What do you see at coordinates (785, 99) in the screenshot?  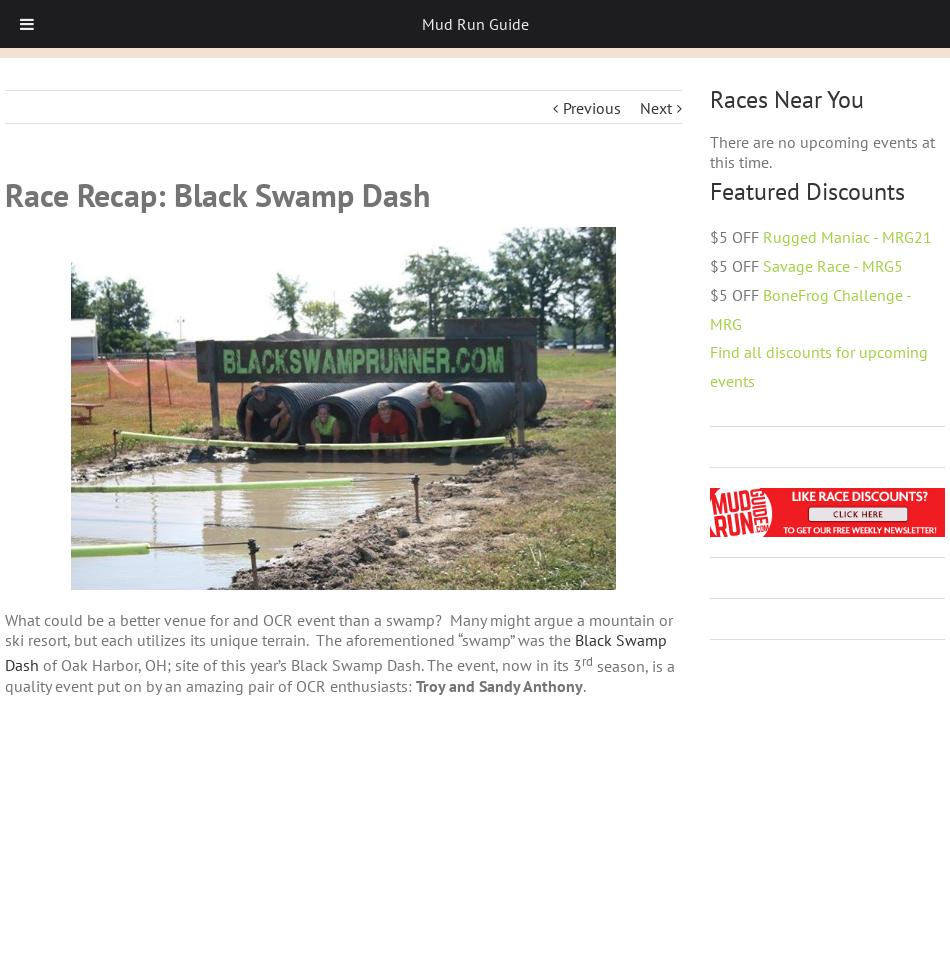 I see `'Races Near You'` at bounding box center [785, 99].